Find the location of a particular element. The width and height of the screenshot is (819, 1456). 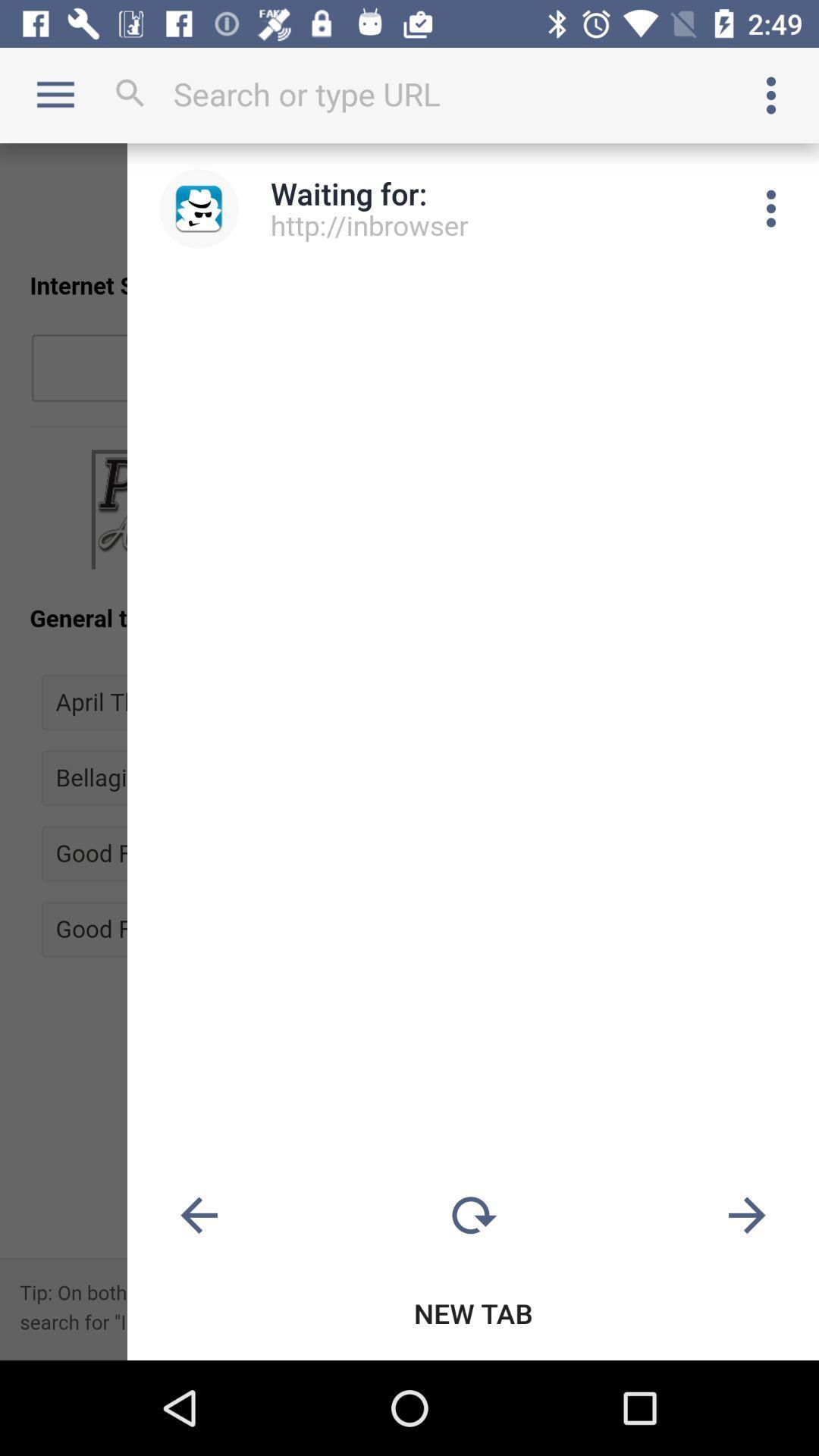

options is located at coordinates (771, 94).